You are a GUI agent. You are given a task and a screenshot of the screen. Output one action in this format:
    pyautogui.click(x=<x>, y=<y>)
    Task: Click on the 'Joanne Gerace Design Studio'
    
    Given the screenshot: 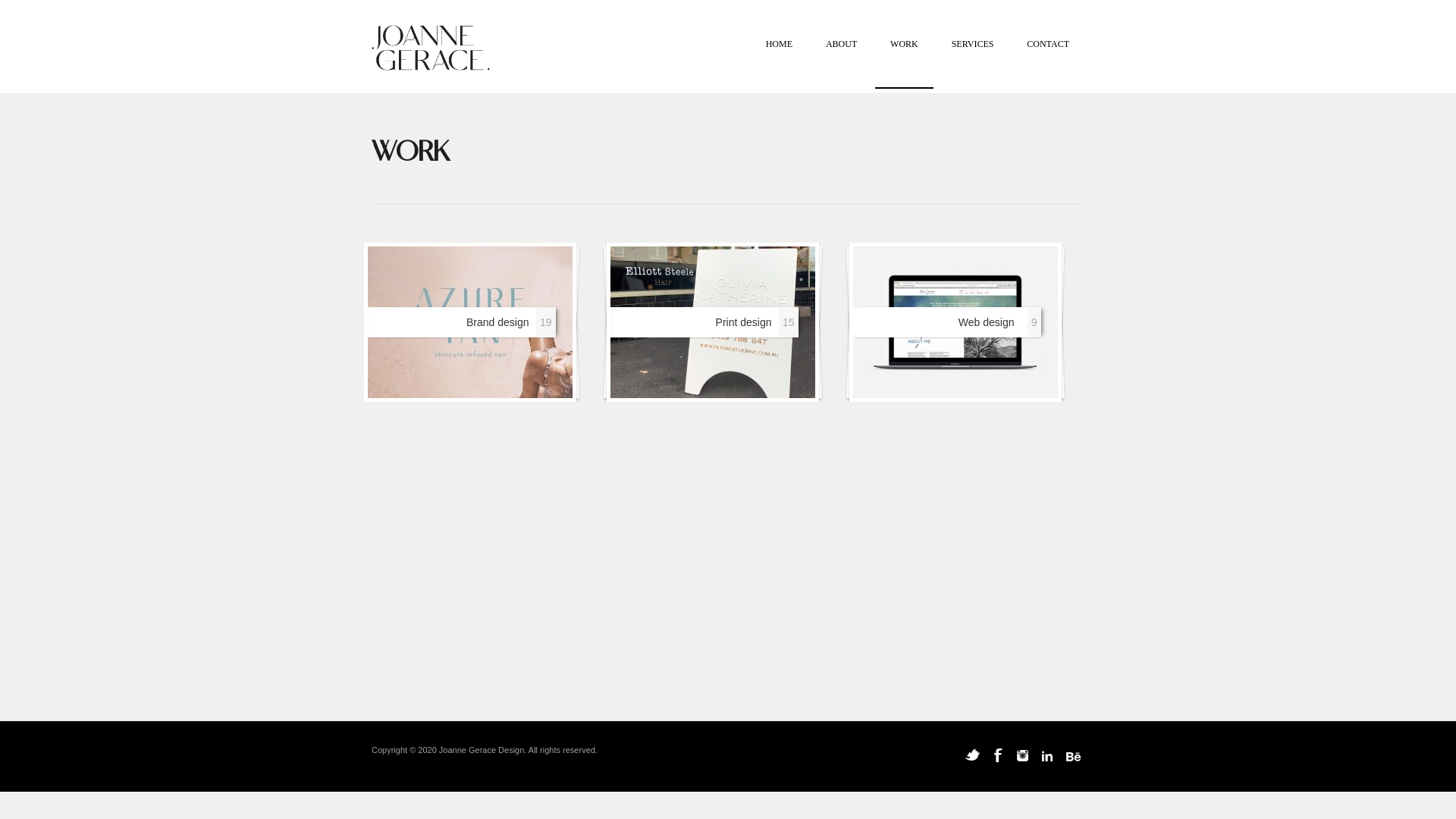 What is the action you would take?
    pyautogui.click(x=371, y=49)
    